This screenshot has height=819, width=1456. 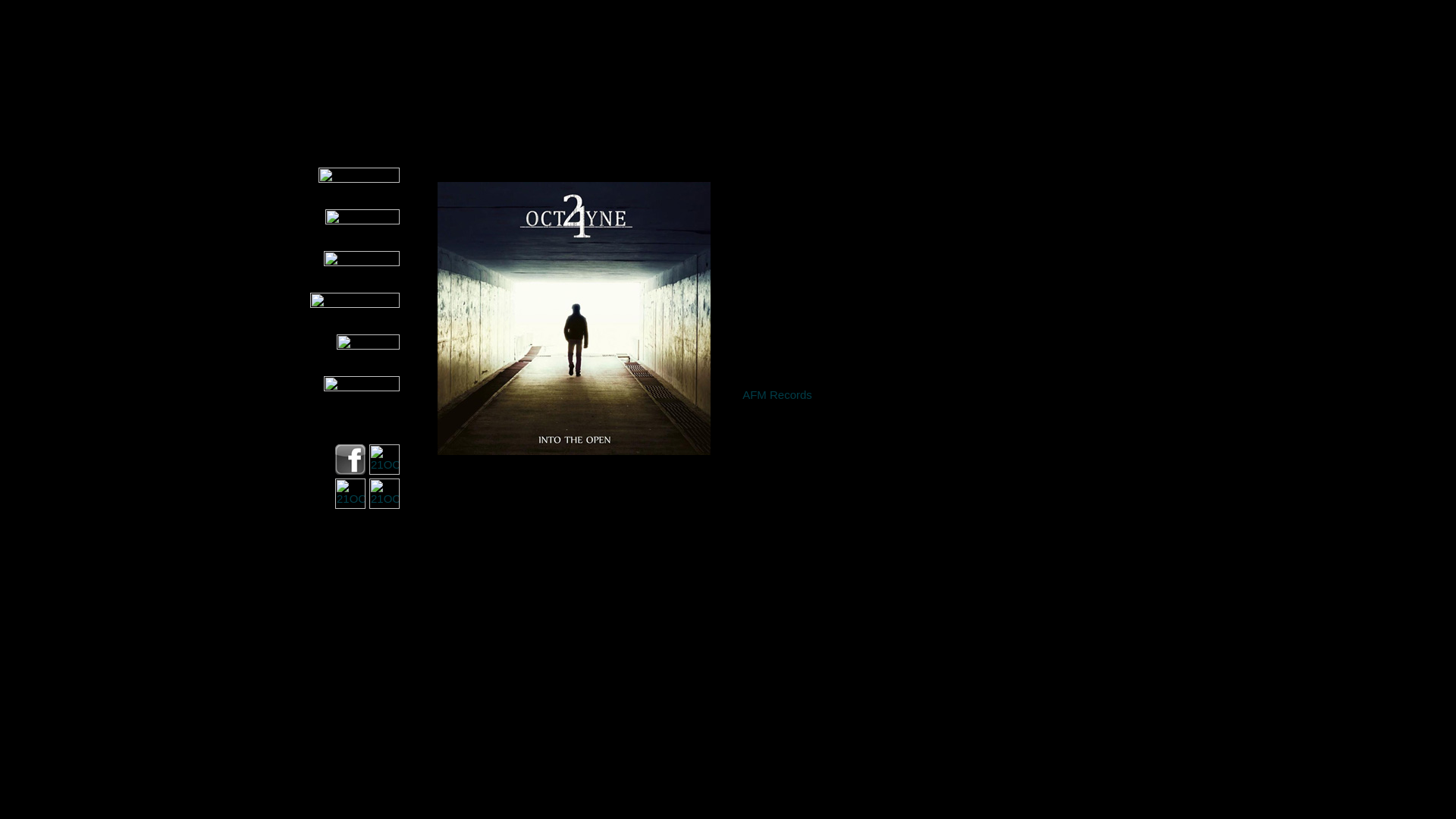 What do you see at coordinates (777, 394) in the screenshot?
I see `'AFM Records'` at bounding box center [777, 394].